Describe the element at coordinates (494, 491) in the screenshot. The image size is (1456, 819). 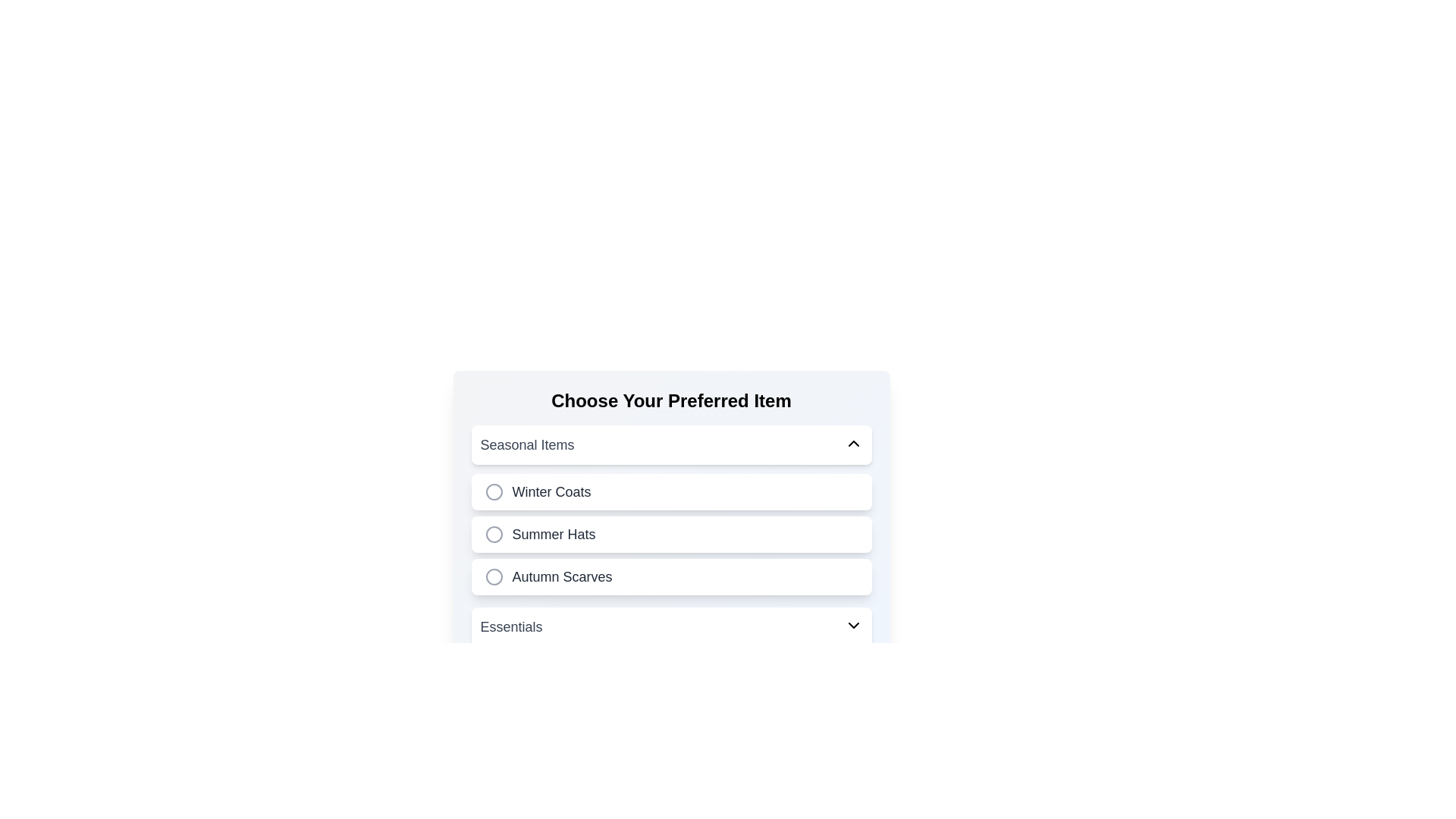
I see `the radio button to the left of the text 'Winter Coats'` at that location.